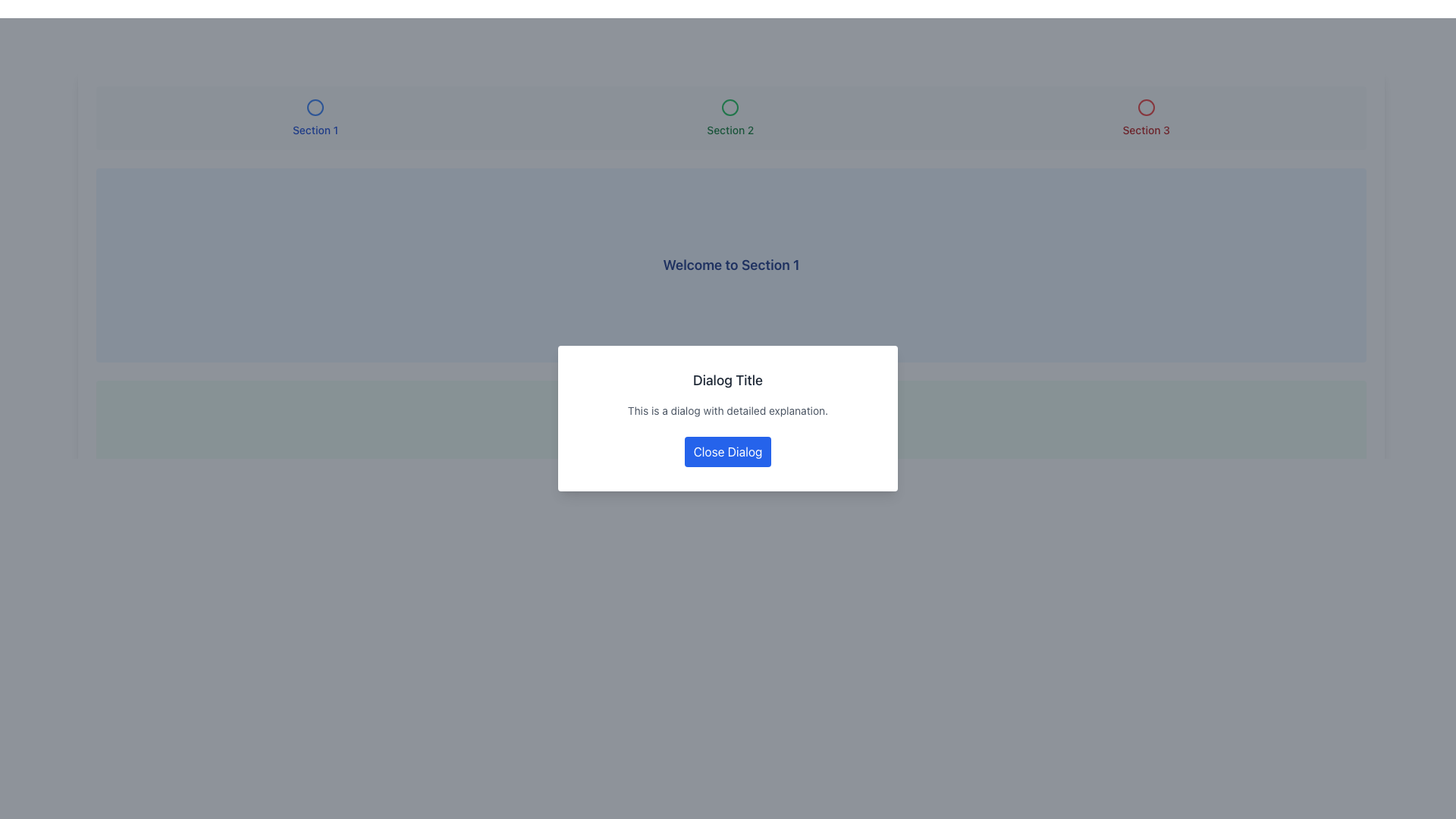 This screenshot has width=1456, height=819. What do you see at coordinates (1146, 130) in the screenshot?
I see `the Text label that serves as a header for the clickable section labeled 'Section 3', which is located below a circular icon in the upper-right part of the interface` at bounding box center [1146, 130].